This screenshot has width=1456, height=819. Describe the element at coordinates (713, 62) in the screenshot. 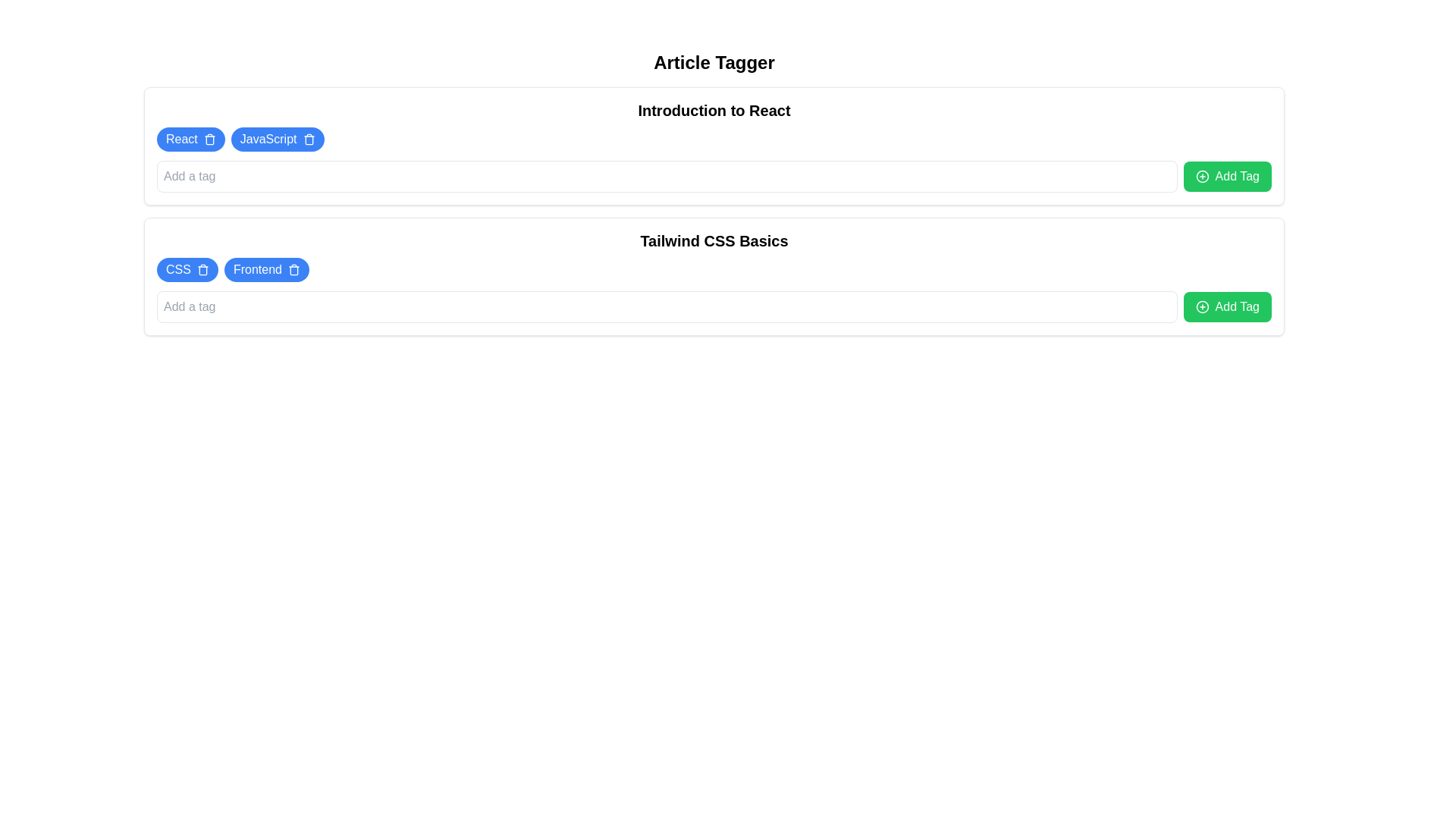

I see `the main title or heading Text Label positioned at the top center of the interface` at that location.